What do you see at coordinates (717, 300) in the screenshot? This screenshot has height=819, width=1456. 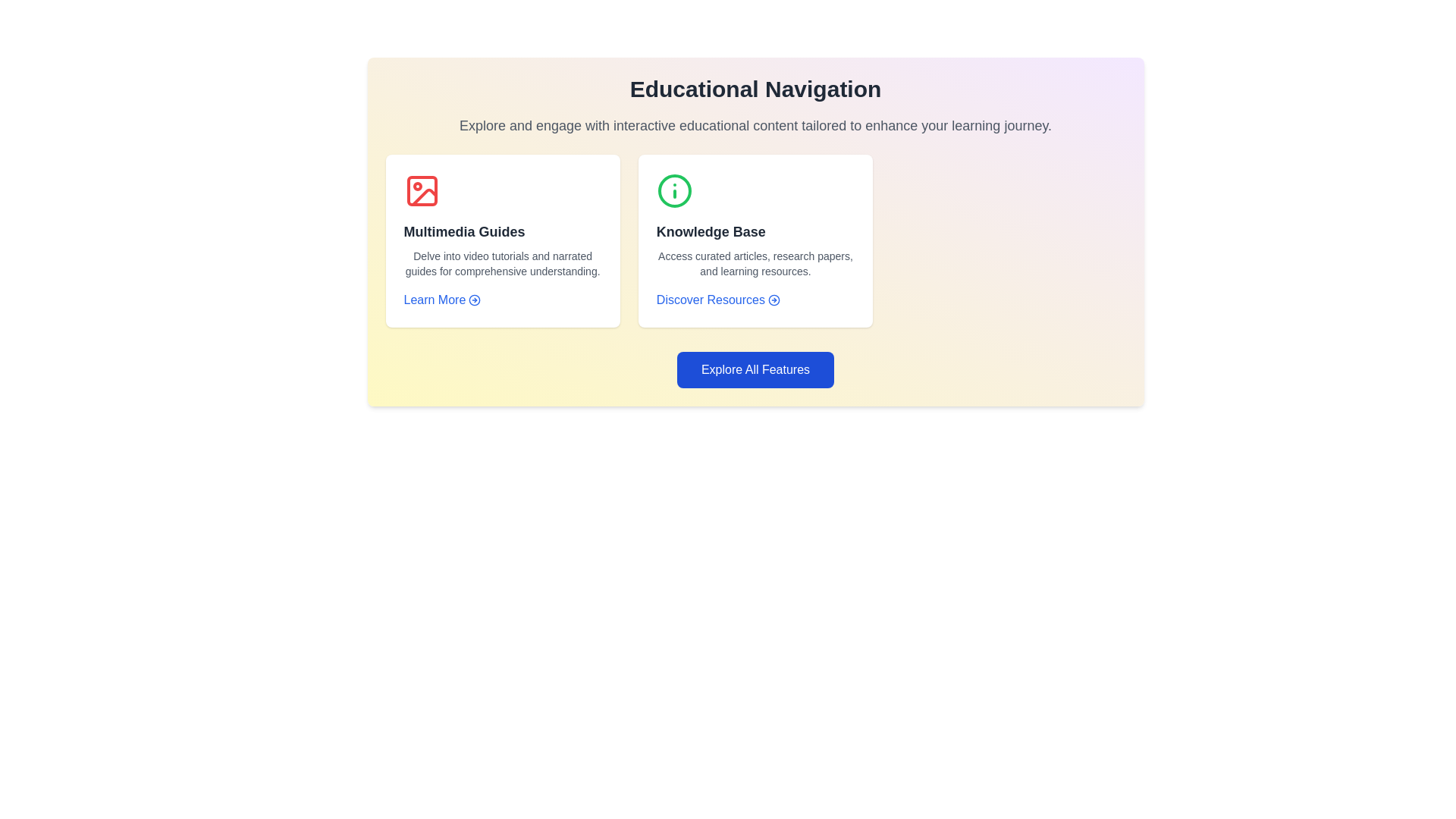 I see `the textual hyperlink 'Discover Resources' styled with the class 'text-blue-600' located in the second card under the 'Knowledge Base' section` at bounding box center [717, 300].